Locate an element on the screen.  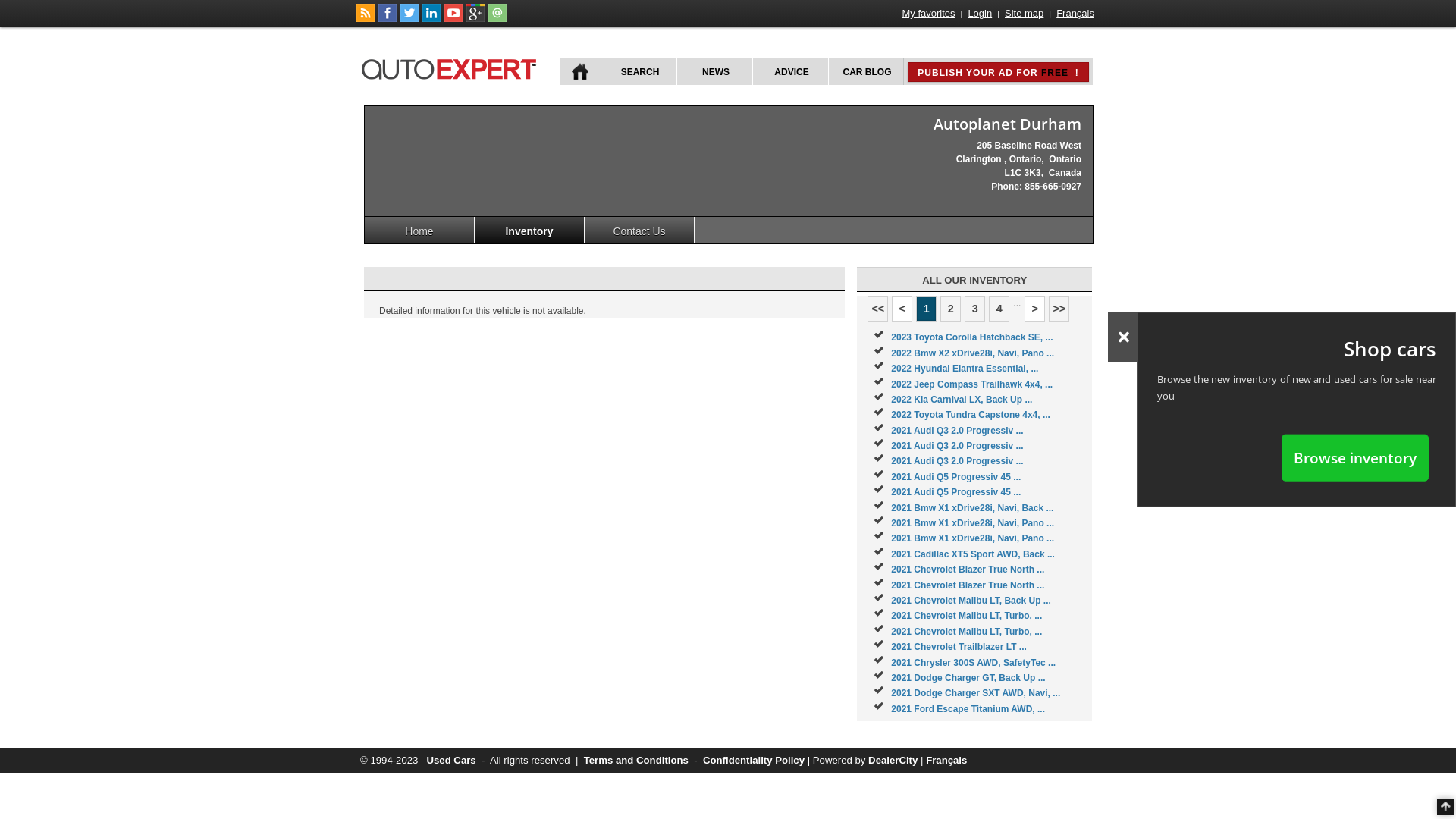
'1' is located at coordinates (925, 308).